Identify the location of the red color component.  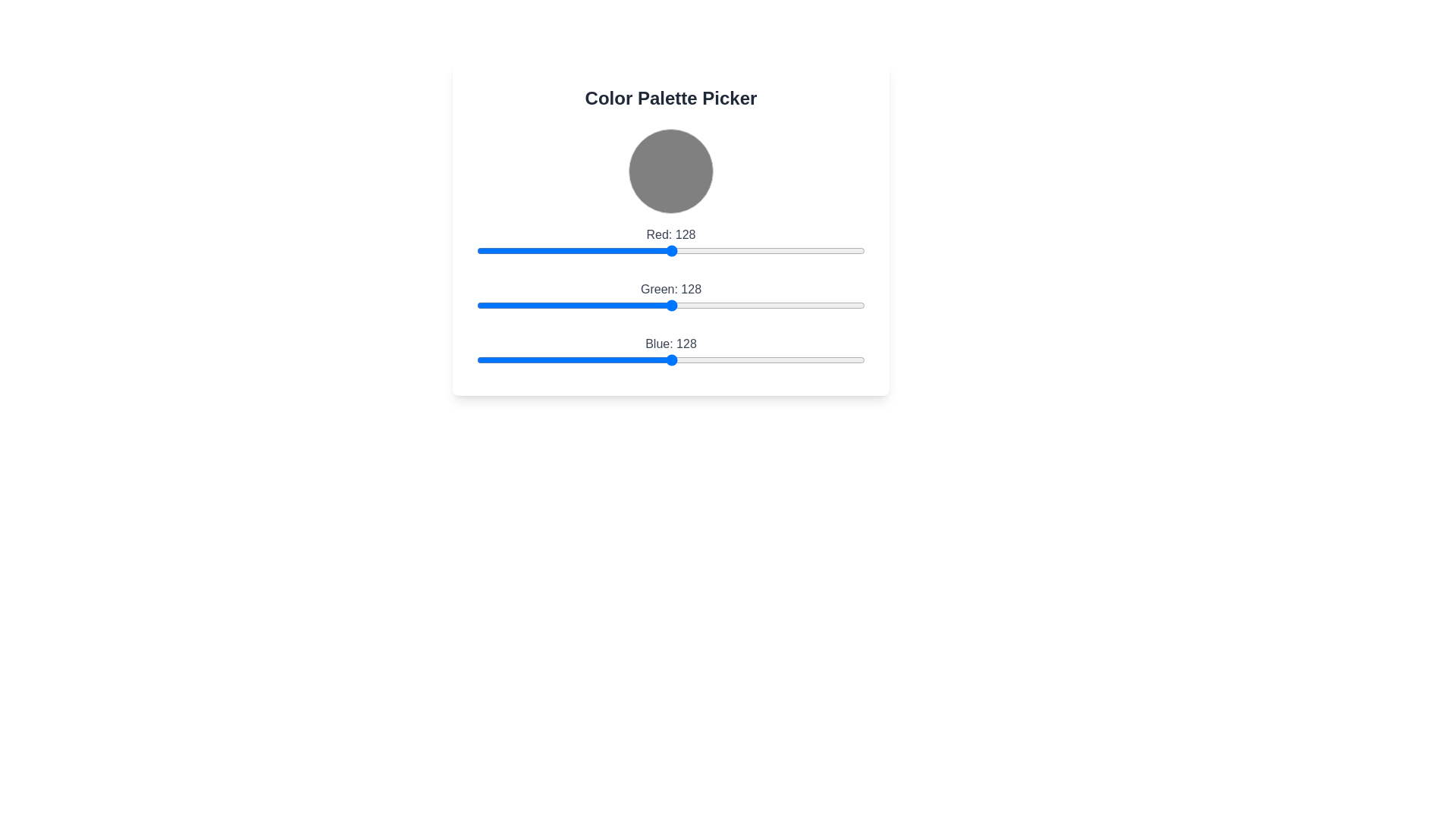
(475, 250).